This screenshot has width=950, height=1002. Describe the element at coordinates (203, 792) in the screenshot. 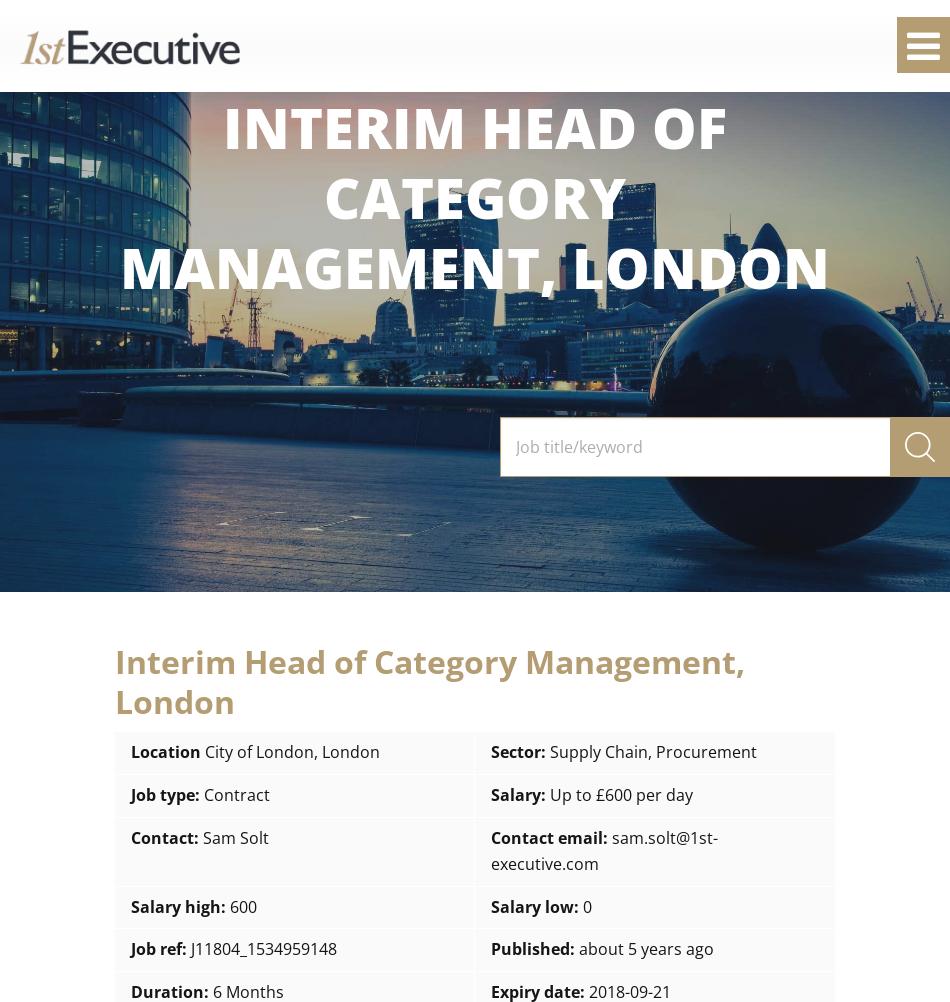

I see `'Contract'` at that location.